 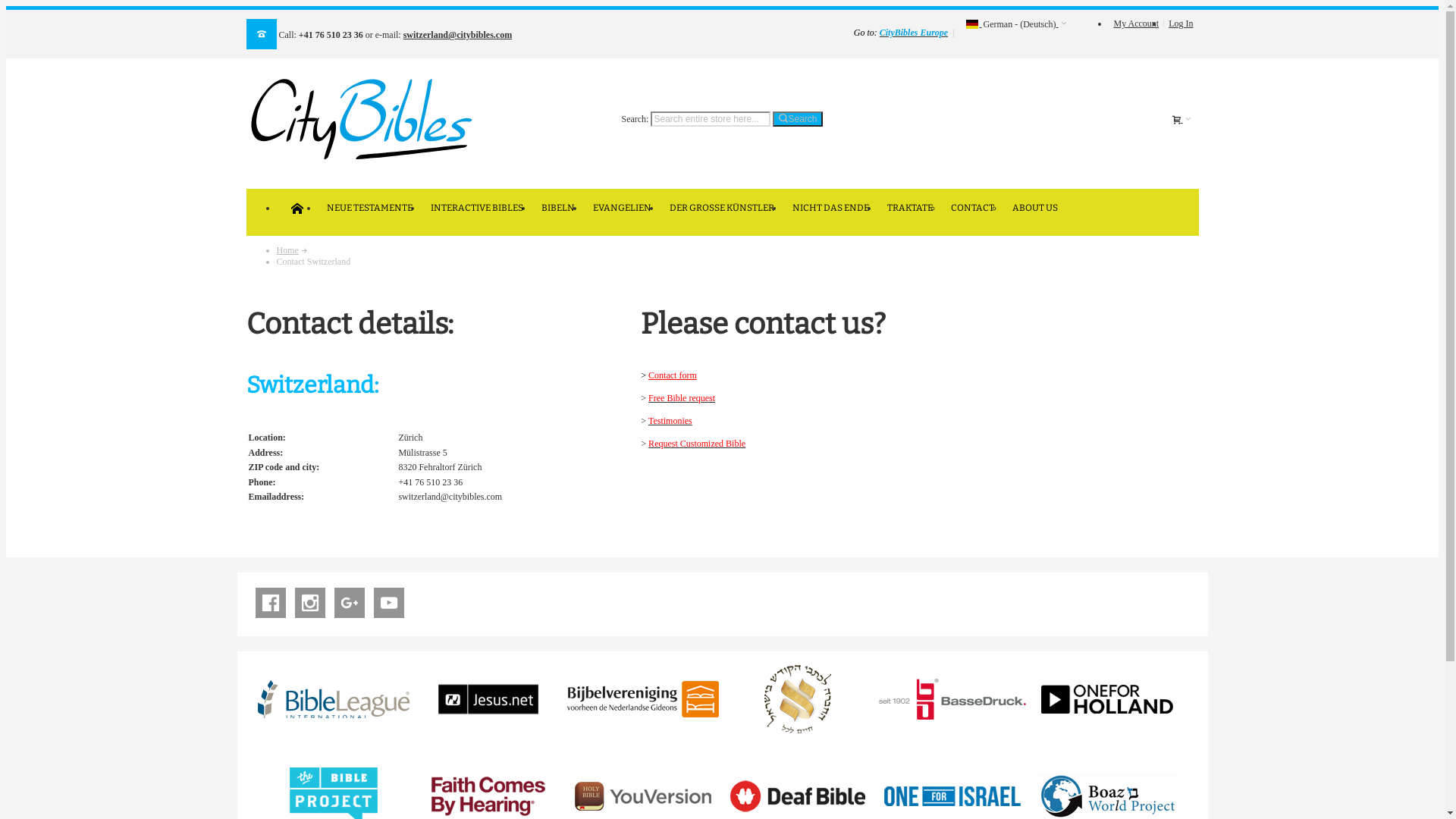 What do you see at coordinates (369, 207) in the screenshot?
I see `'NEUE TESTAMENTE'` at bounding box center [369, 207].